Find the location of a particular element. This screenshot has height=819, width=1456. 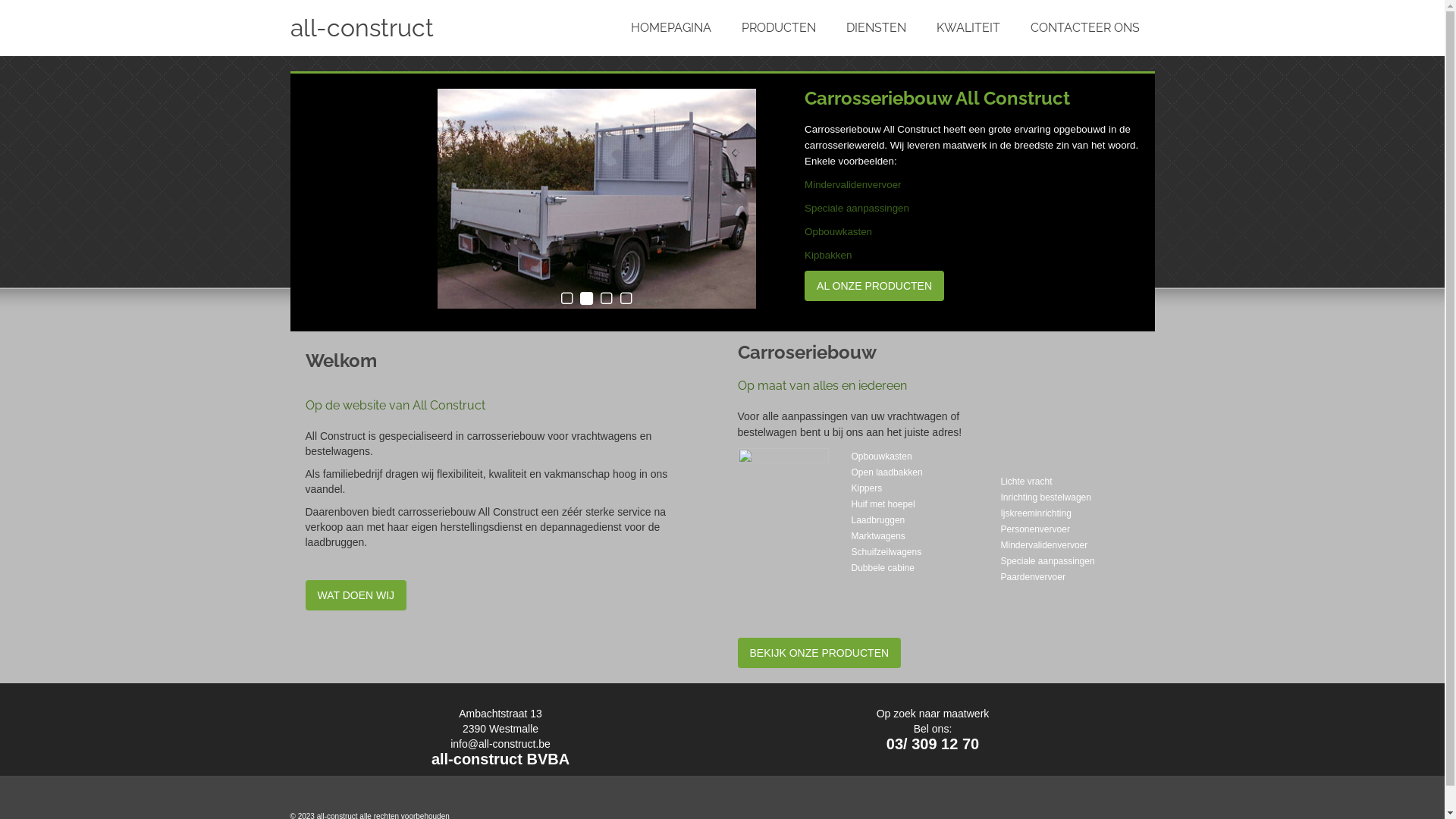

'DIENSTEN' is located at coordinates (876, 28).